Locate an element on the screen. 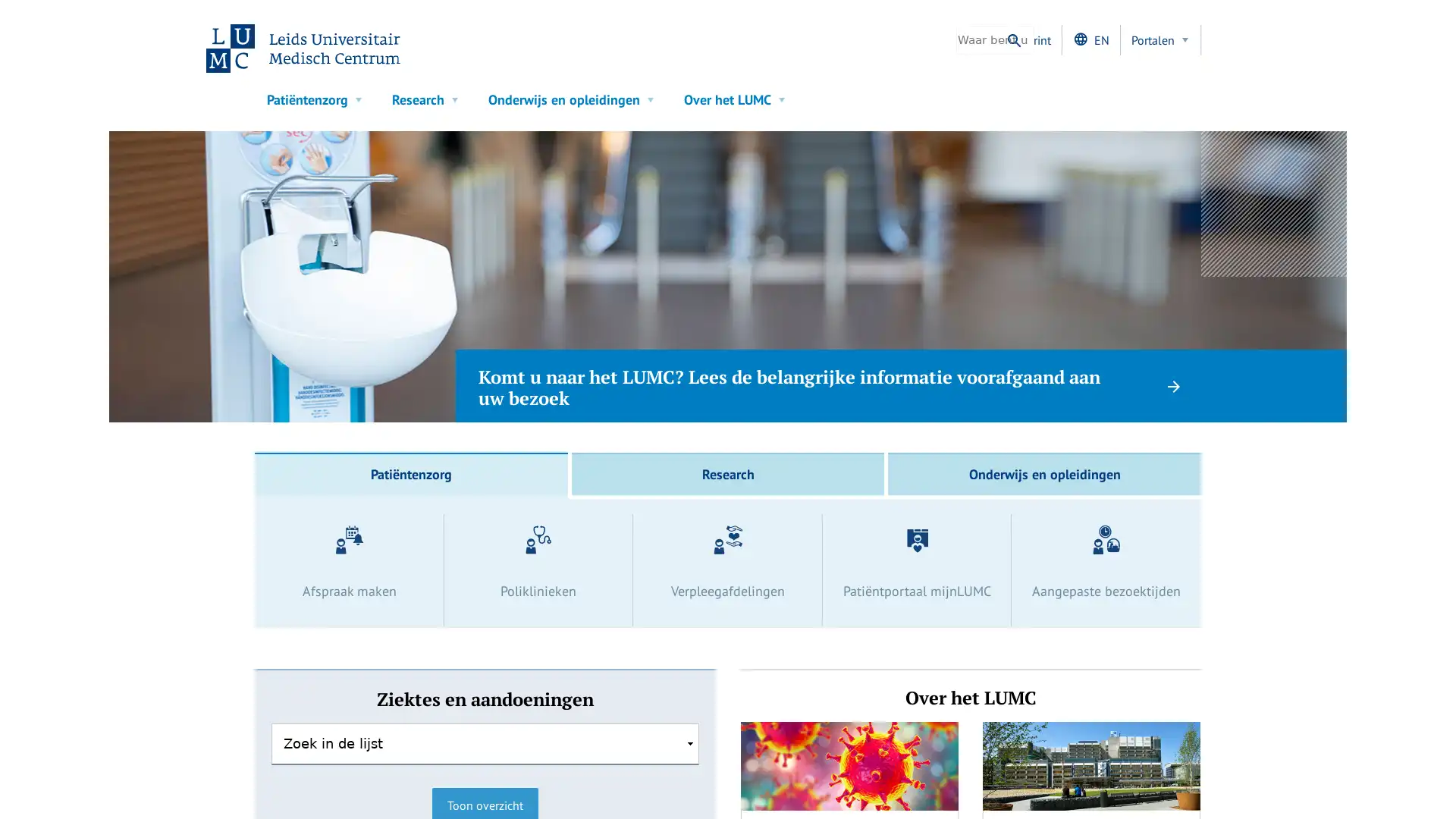 The width and height of the screenshot is (1456, 819). Portalen is located at coordinates (1160, 39).